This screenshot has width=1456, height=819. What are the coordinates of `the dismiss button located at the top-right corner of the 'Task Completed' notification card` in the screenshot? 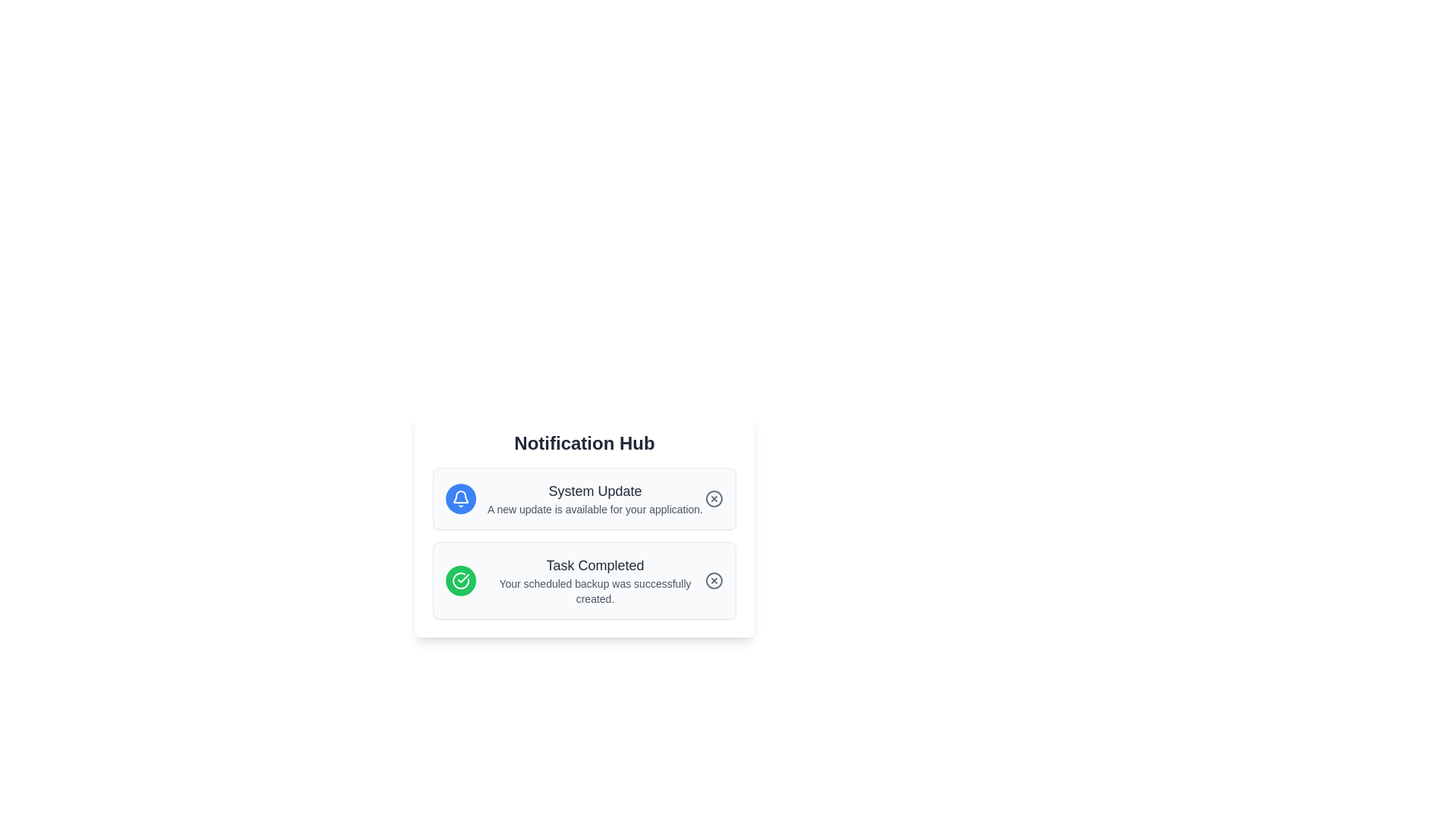 It's located at (713, 580).